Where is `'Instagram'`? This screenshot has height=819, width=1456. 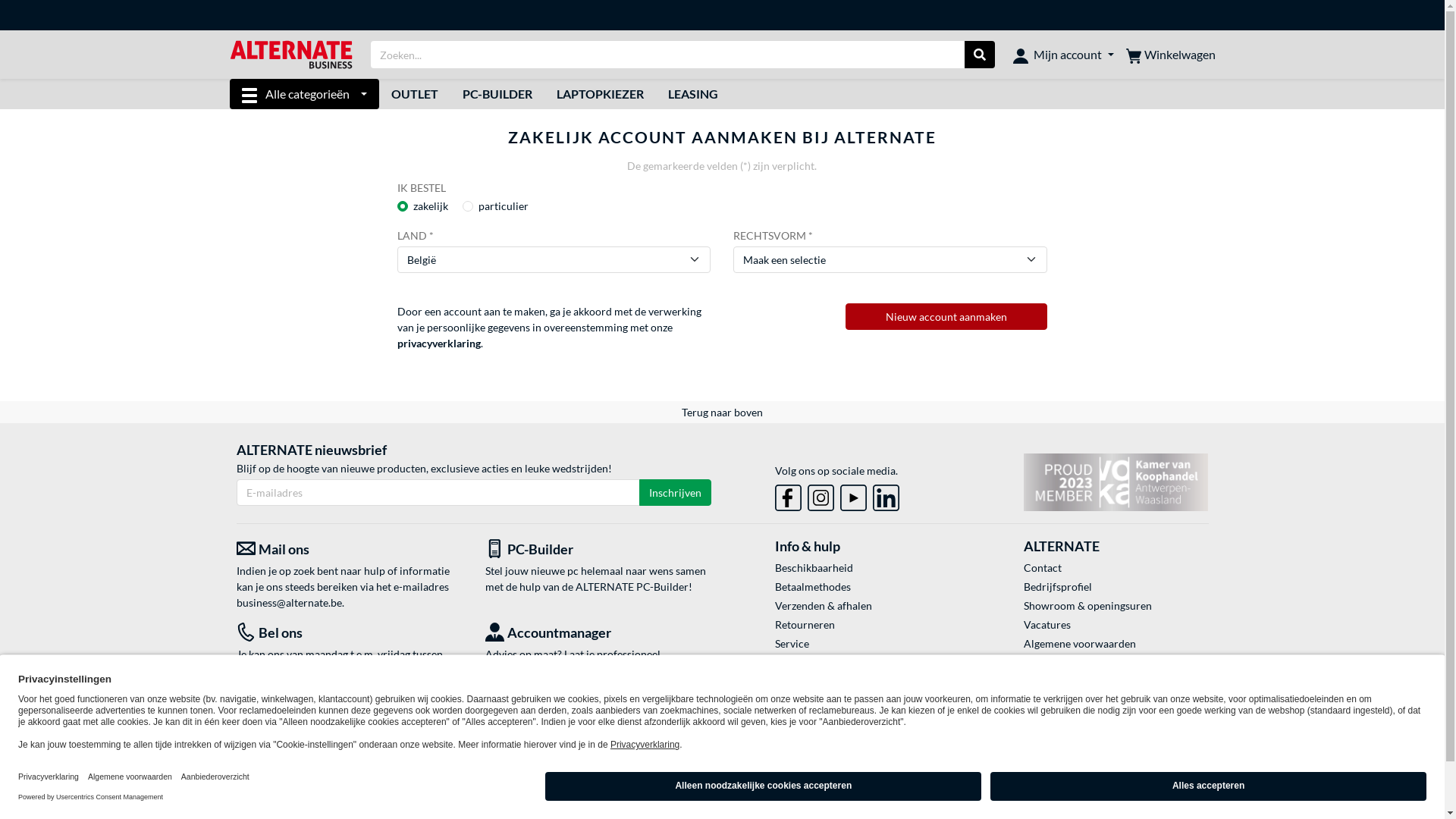 'Instagram' is located at coordinates (820, 497).